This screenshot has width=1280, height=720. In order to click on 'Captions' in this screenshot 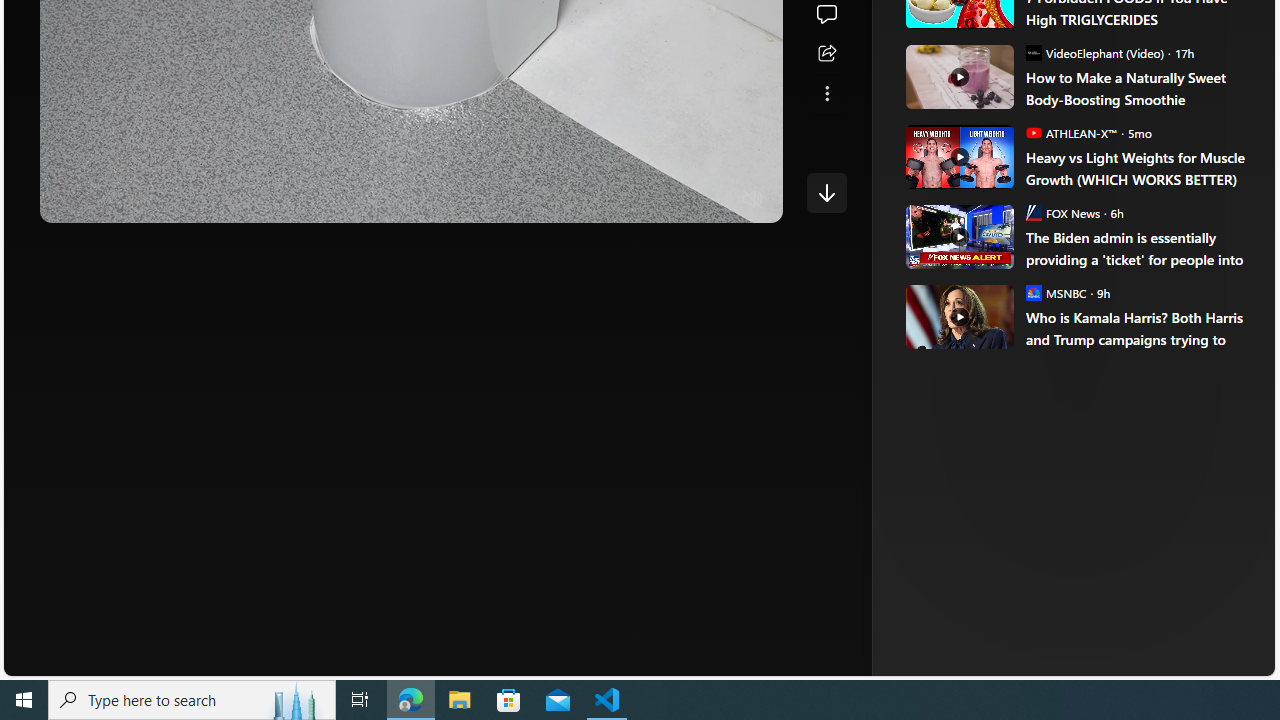, I will do `click(675, 200)`.